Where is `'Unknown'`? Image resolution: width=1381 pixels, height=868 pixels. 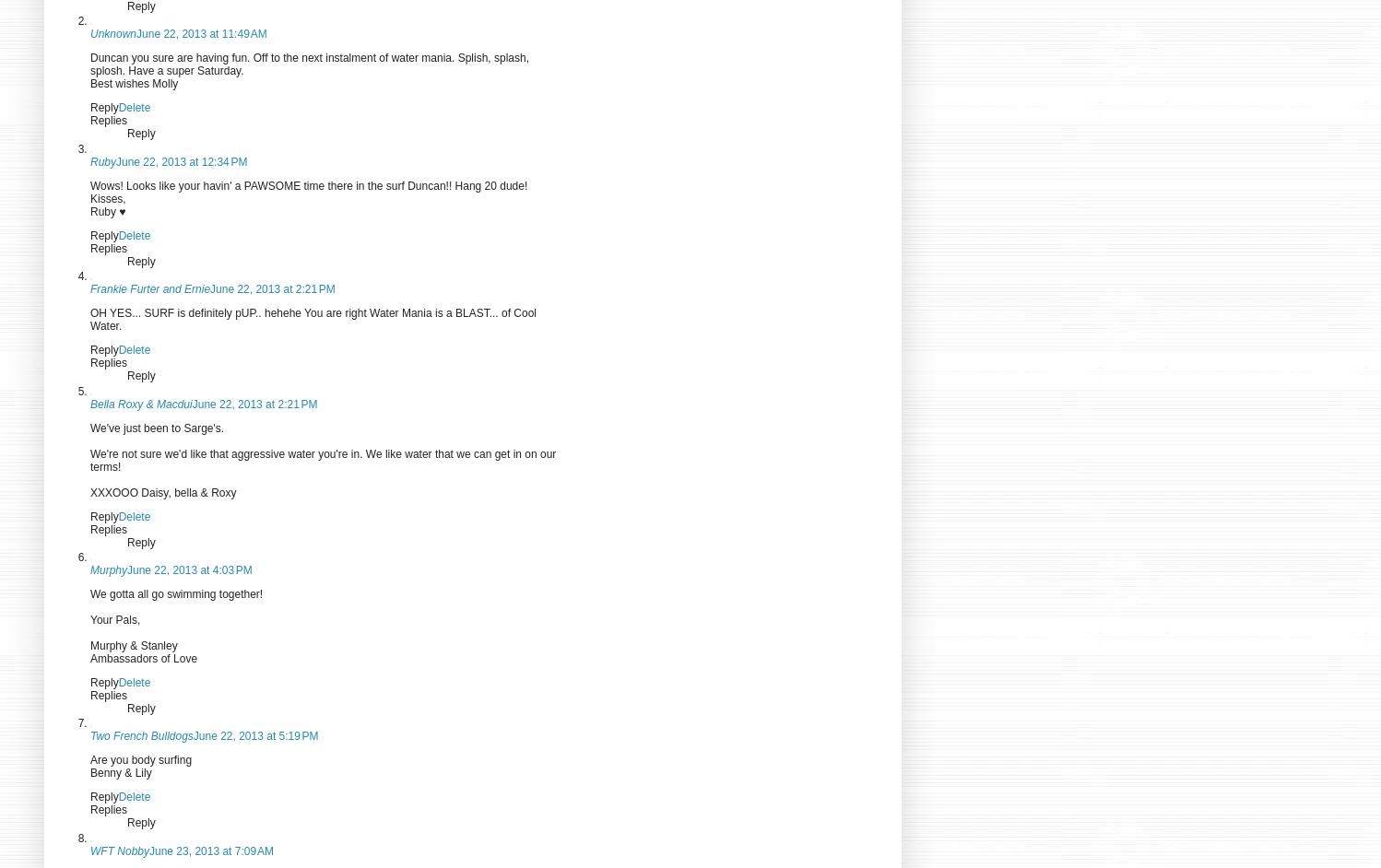
'Unknown' is located at coordinates (112, 34).